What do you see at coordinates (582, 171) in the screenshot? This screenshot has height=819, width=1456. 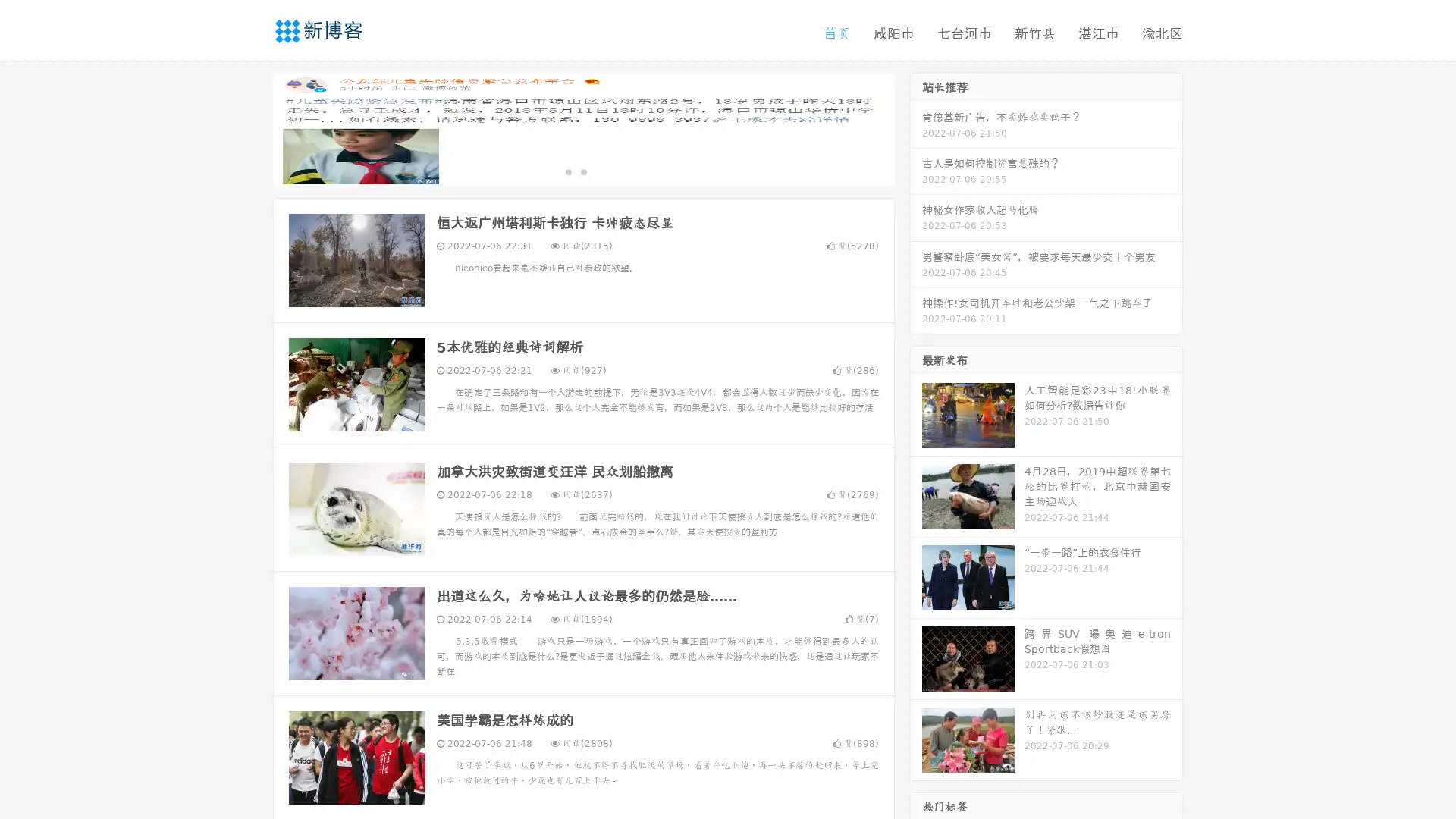 I see `Go to slide 2` at bounding box center [582, 171].